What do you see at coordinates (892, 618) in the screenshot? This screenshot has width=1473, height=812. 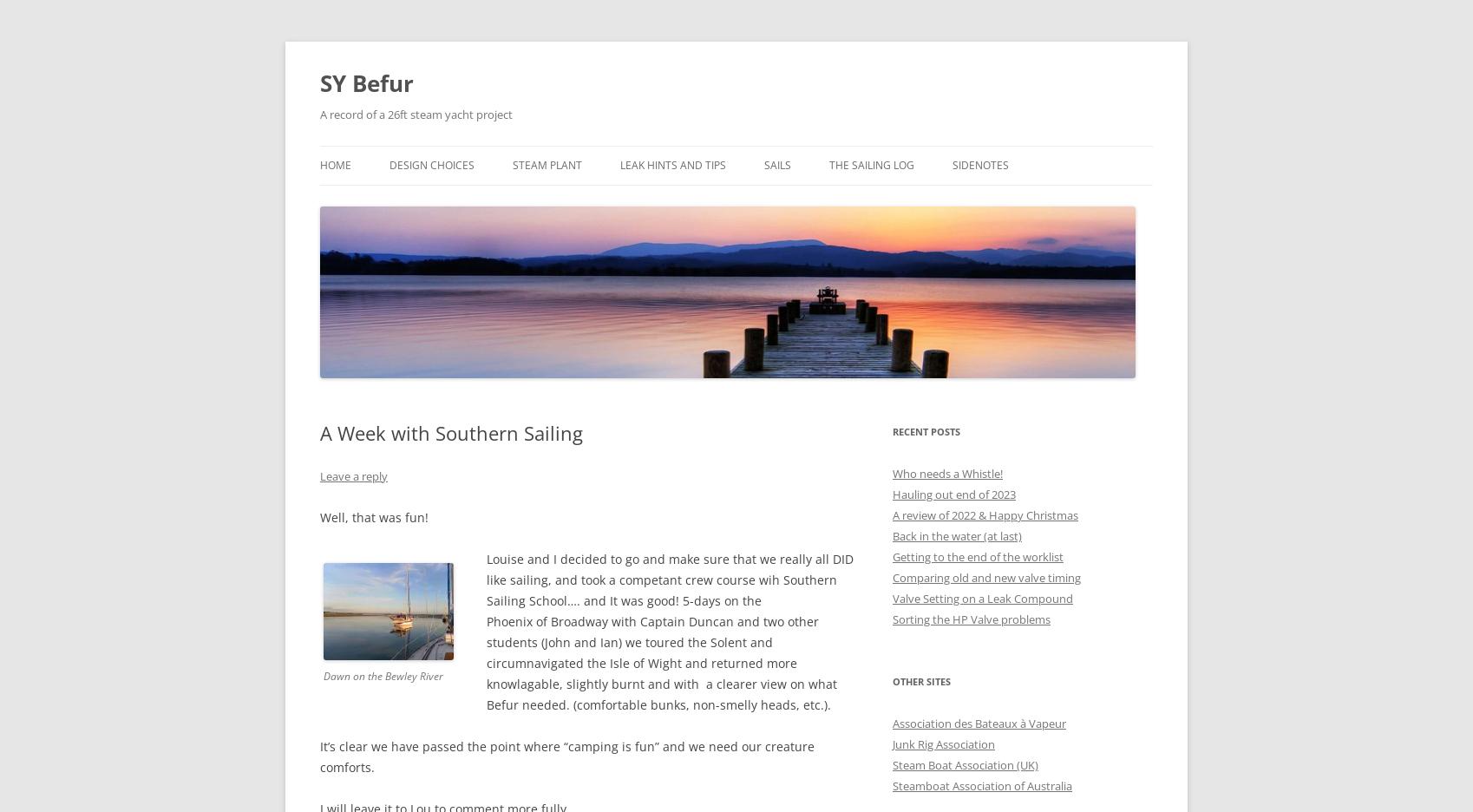 I see `'Sorting the HP Valve problems'` at bounding box center [892, 618].